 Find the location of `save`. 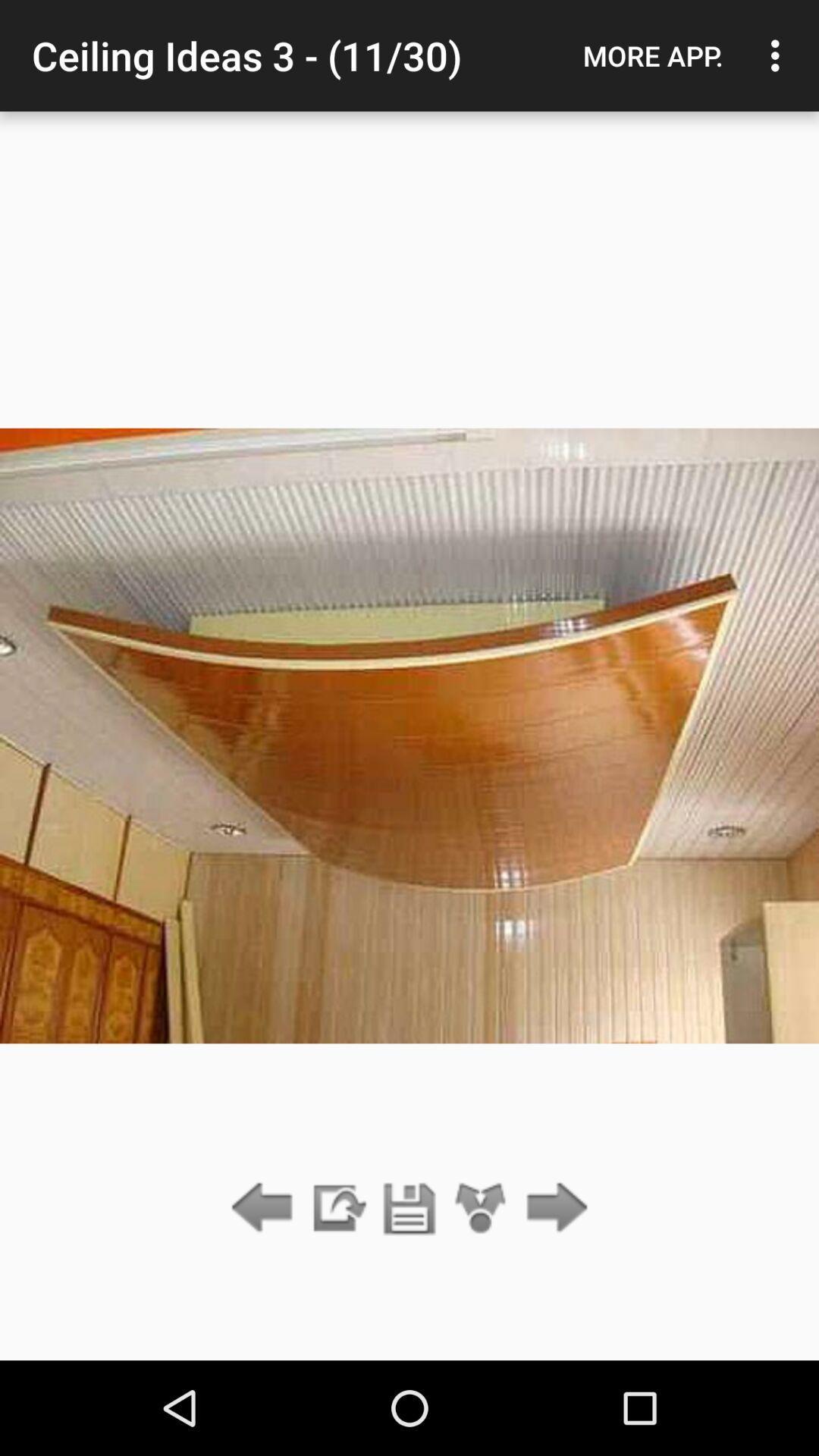

save is located at coordinates (409, 1208).